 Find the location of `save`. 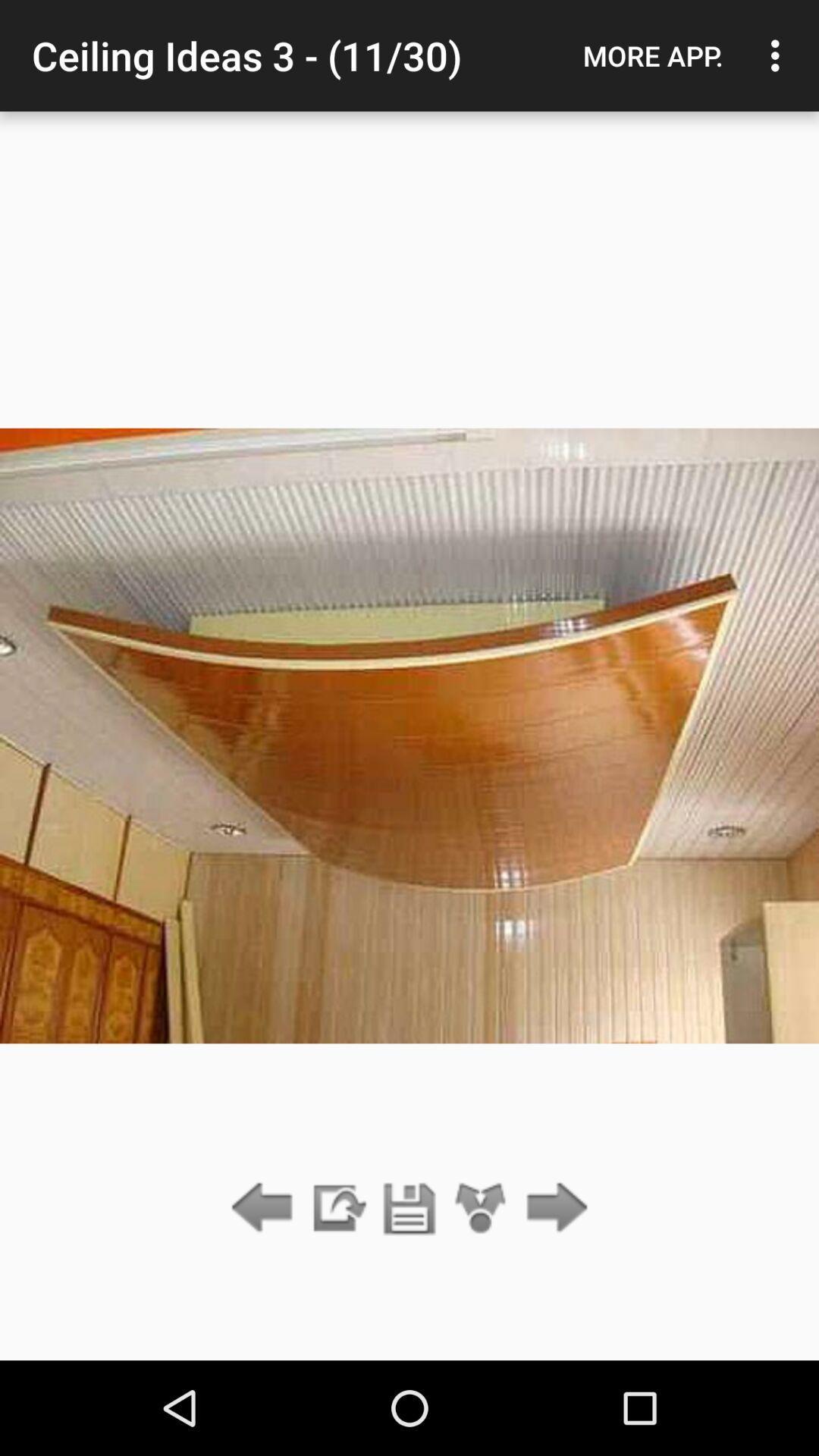

save is located at coordinates (409, 1208).